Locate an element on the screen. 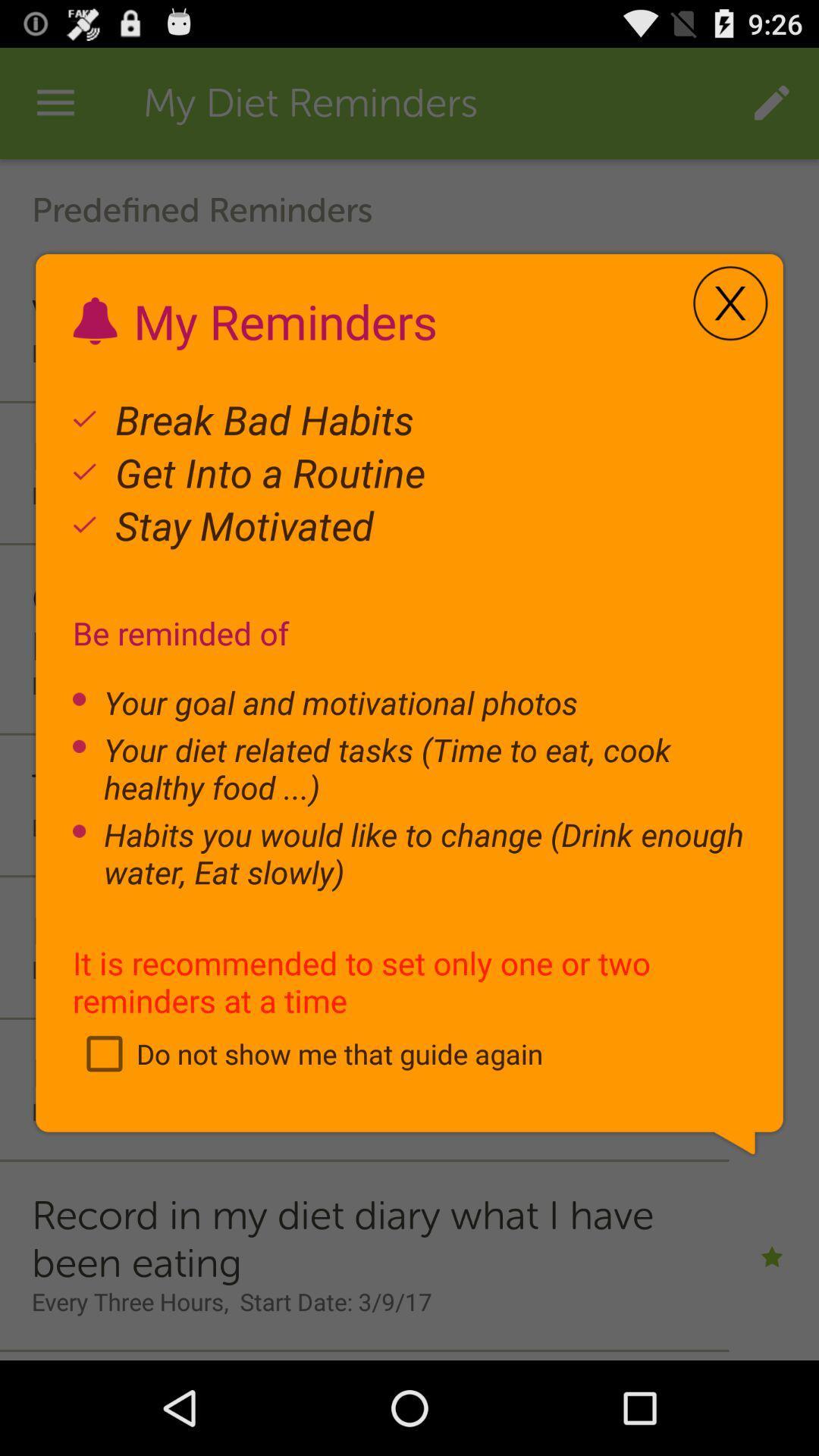 This screenshot has height=1456, width=819. icon next to my reminders icon is located at coordinates (730, 303).